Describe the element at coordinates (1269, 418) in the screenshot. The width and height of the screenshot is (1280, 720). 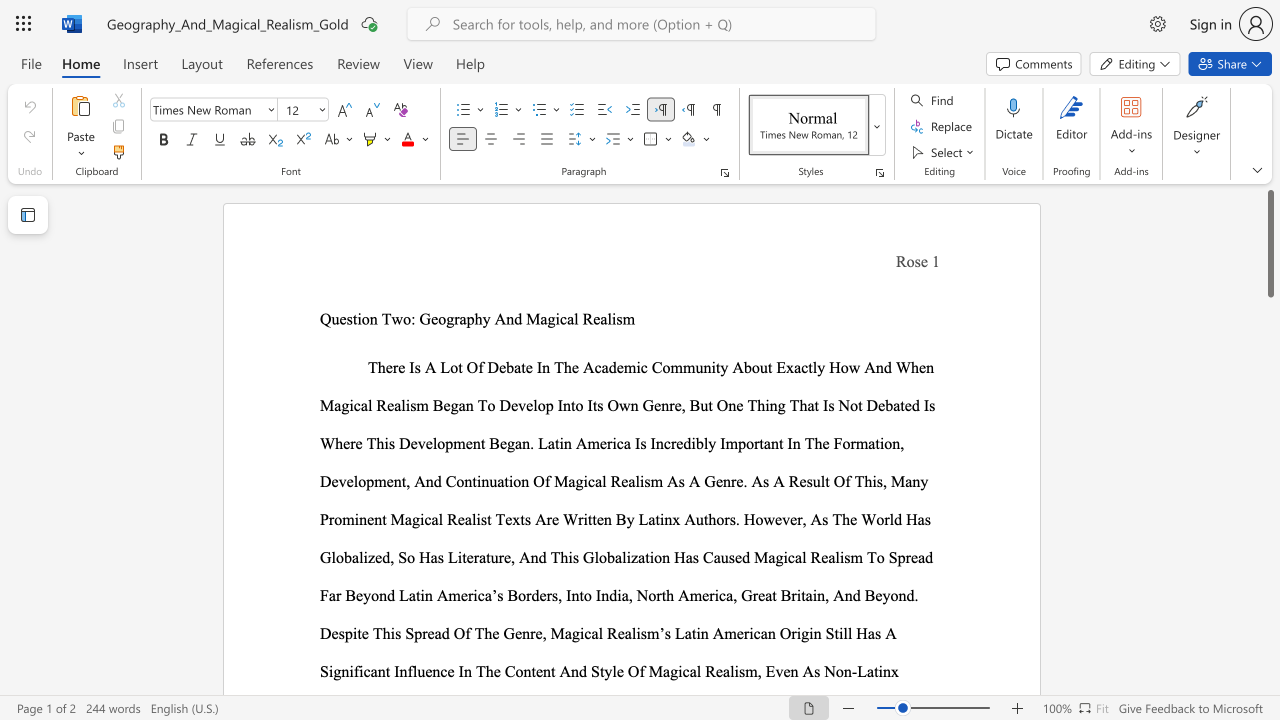
I see `the scrollbar to move the page downward` at that location.